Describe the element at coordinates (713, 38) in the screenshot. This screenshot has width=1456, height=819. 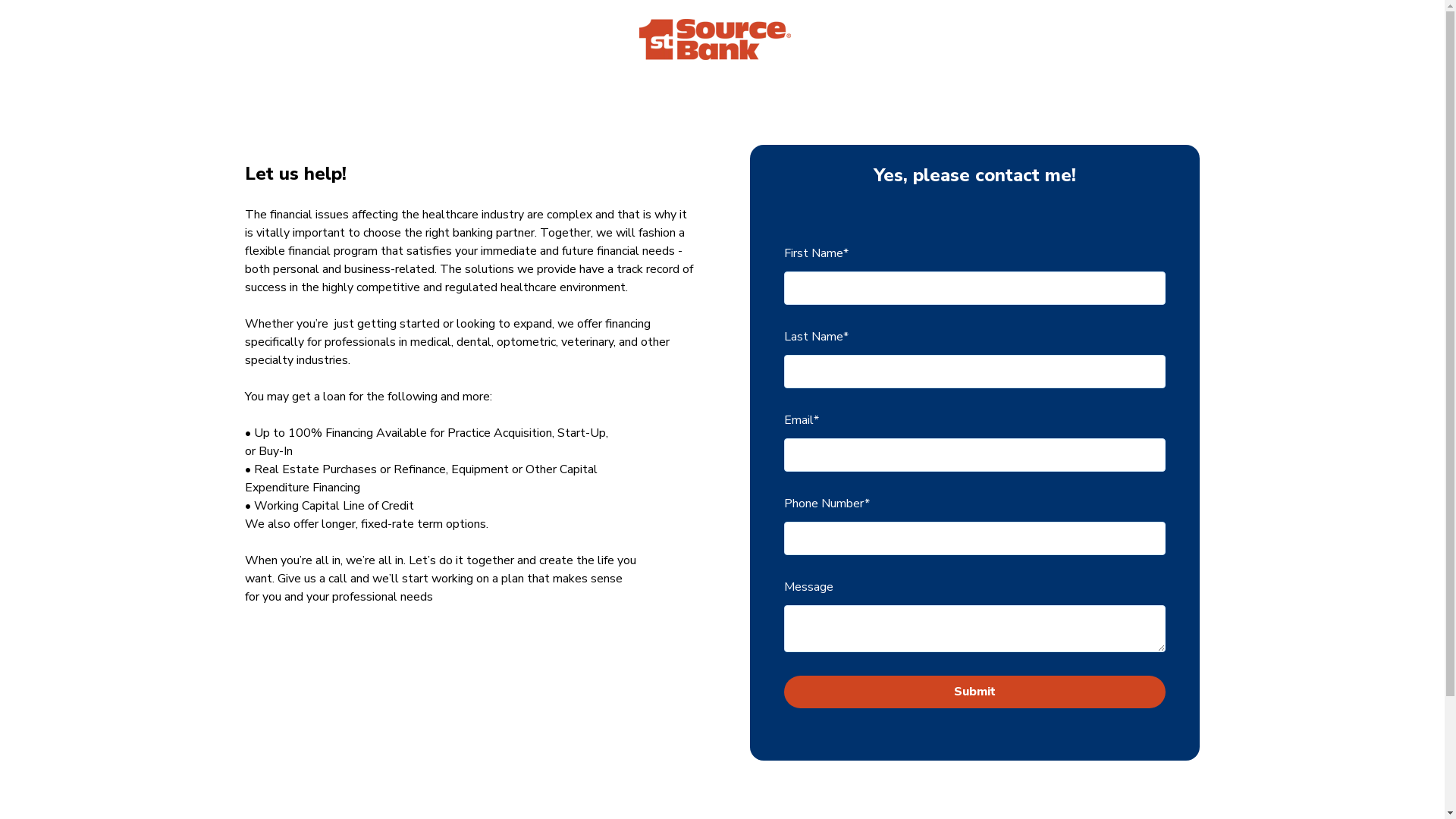
I see `'1st Source Bank'` at that location.